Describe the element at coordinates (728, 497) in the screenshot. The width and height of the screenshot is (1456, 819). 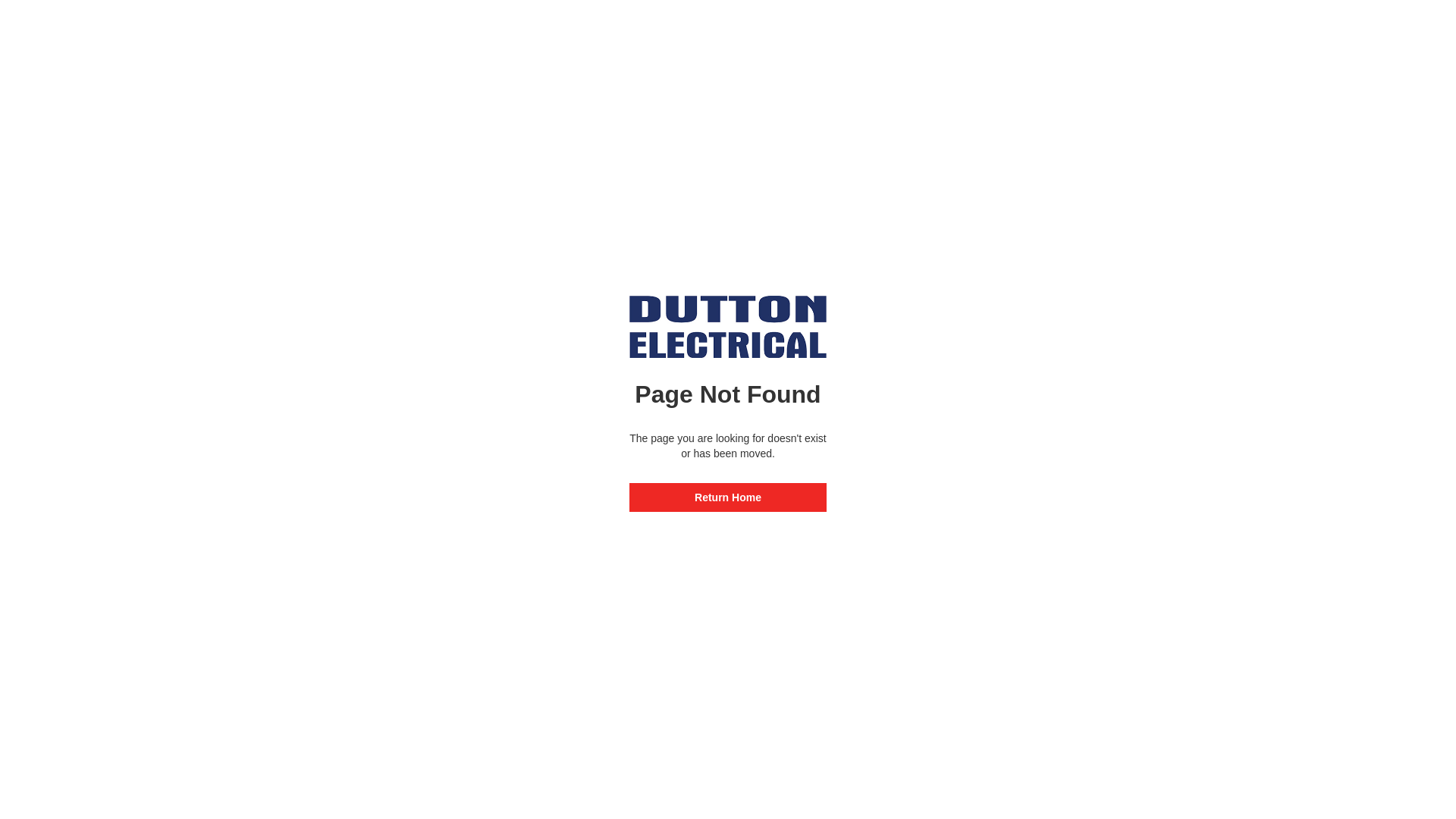
I see `'Return Home'` at that location.